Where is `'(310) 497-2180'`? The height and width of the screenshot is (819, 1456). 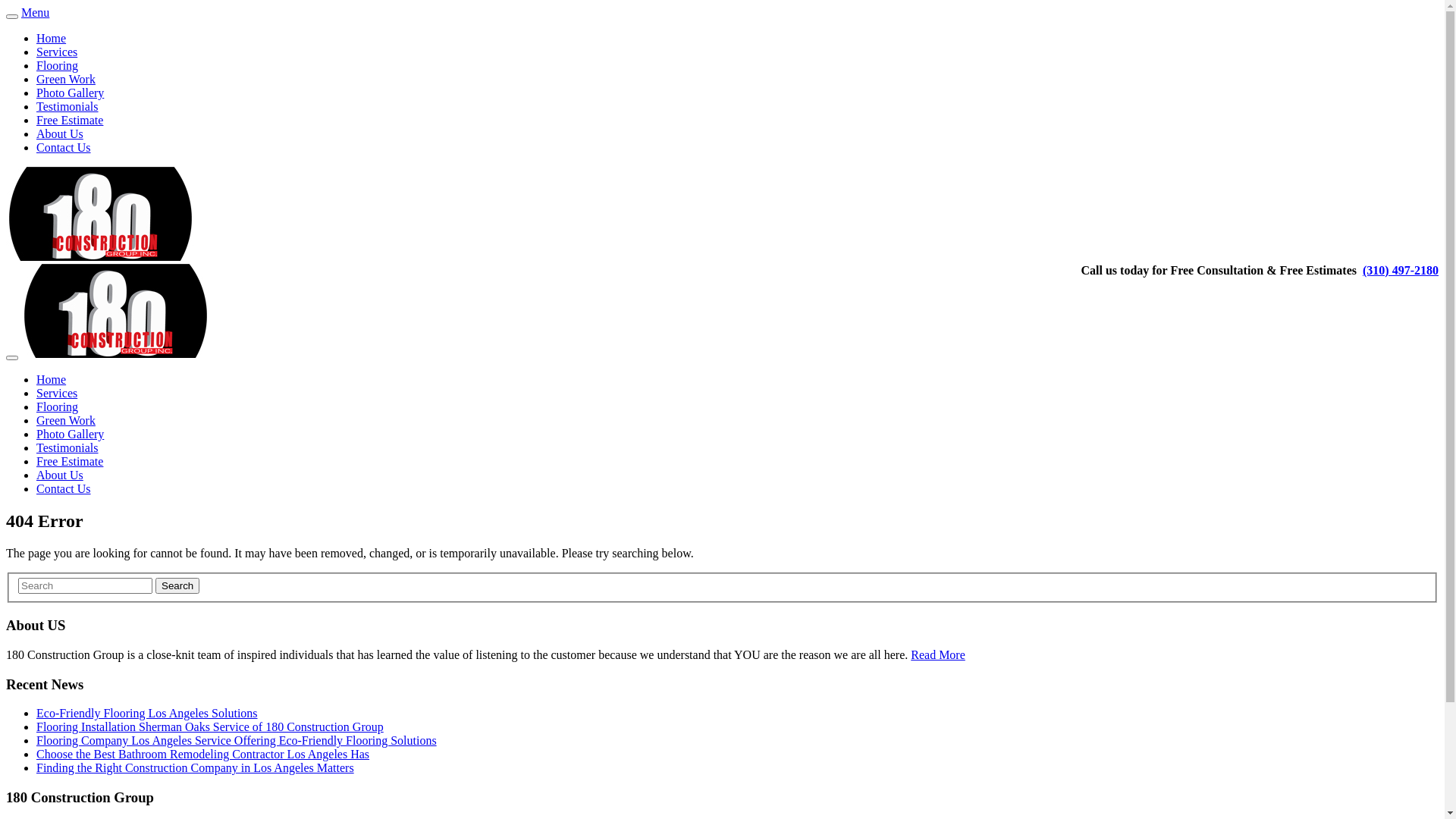
'(310) 497-2180' is located at coordinates (1400, 269).